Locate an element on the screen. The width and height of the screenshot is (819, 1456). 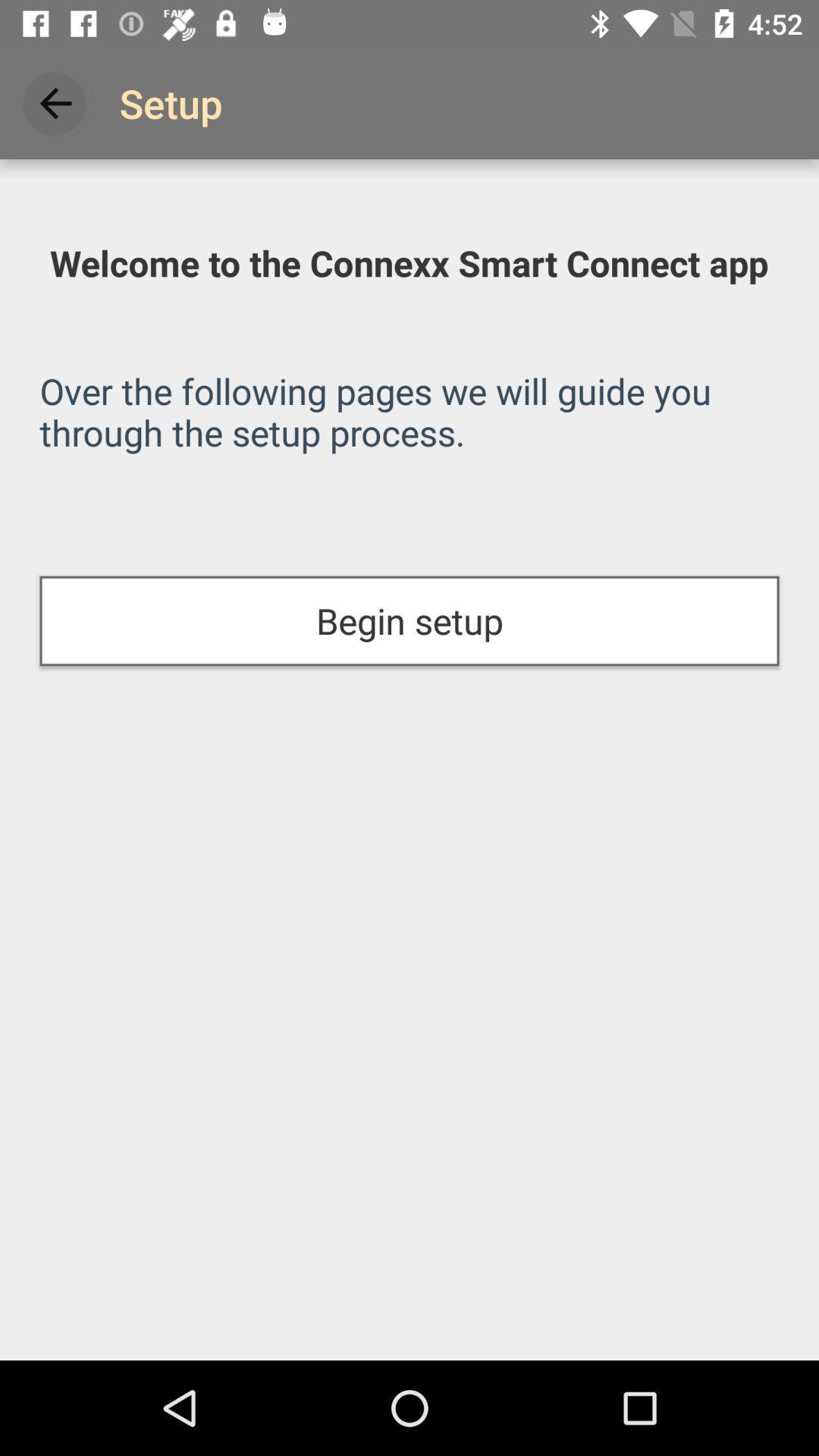
the icon to the left of the setup icon is located at coordinates (55, 102).